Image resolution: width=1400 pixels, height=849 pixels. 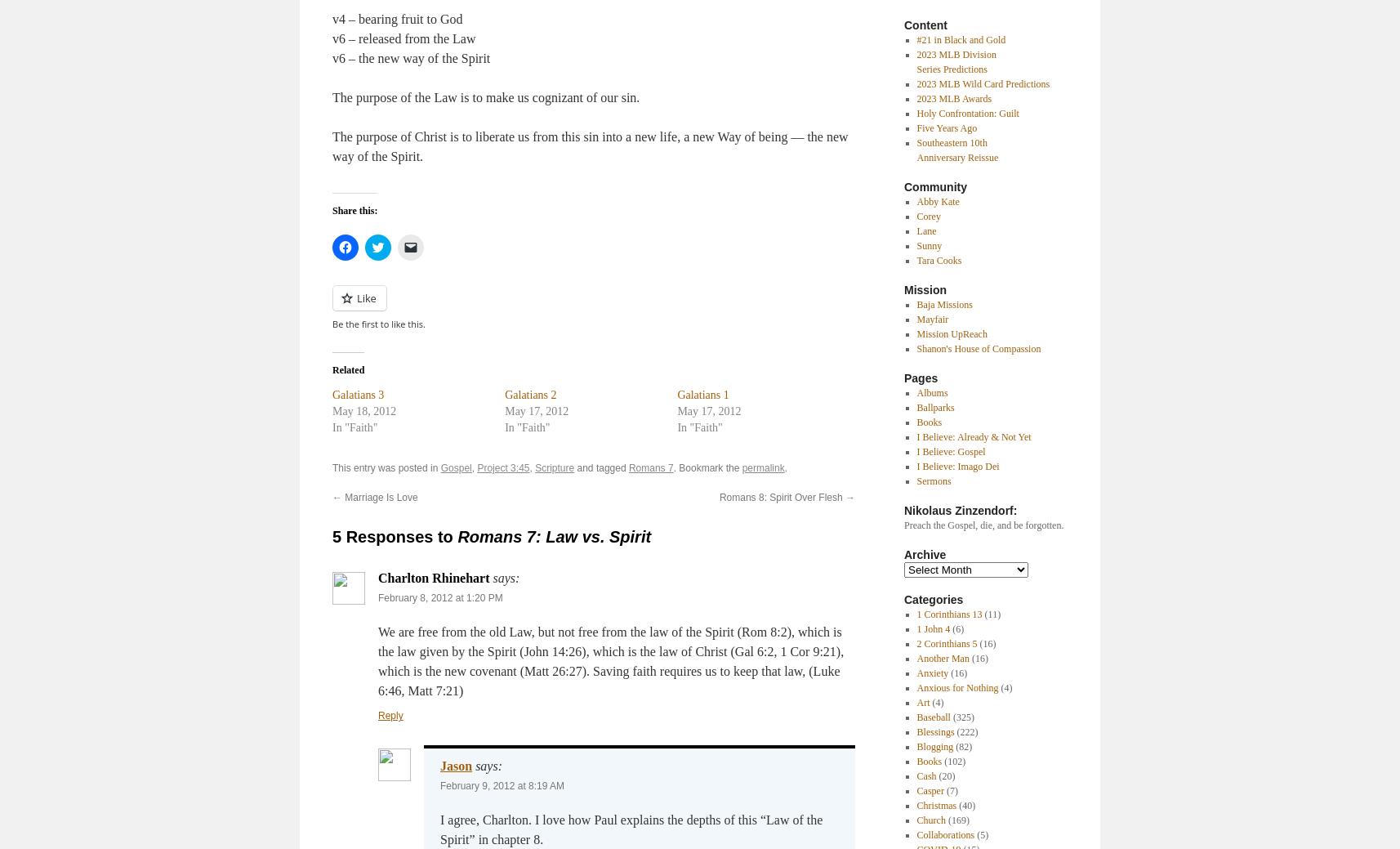 I want to click on 'This entry was posted in', so click(x=386, y=468).